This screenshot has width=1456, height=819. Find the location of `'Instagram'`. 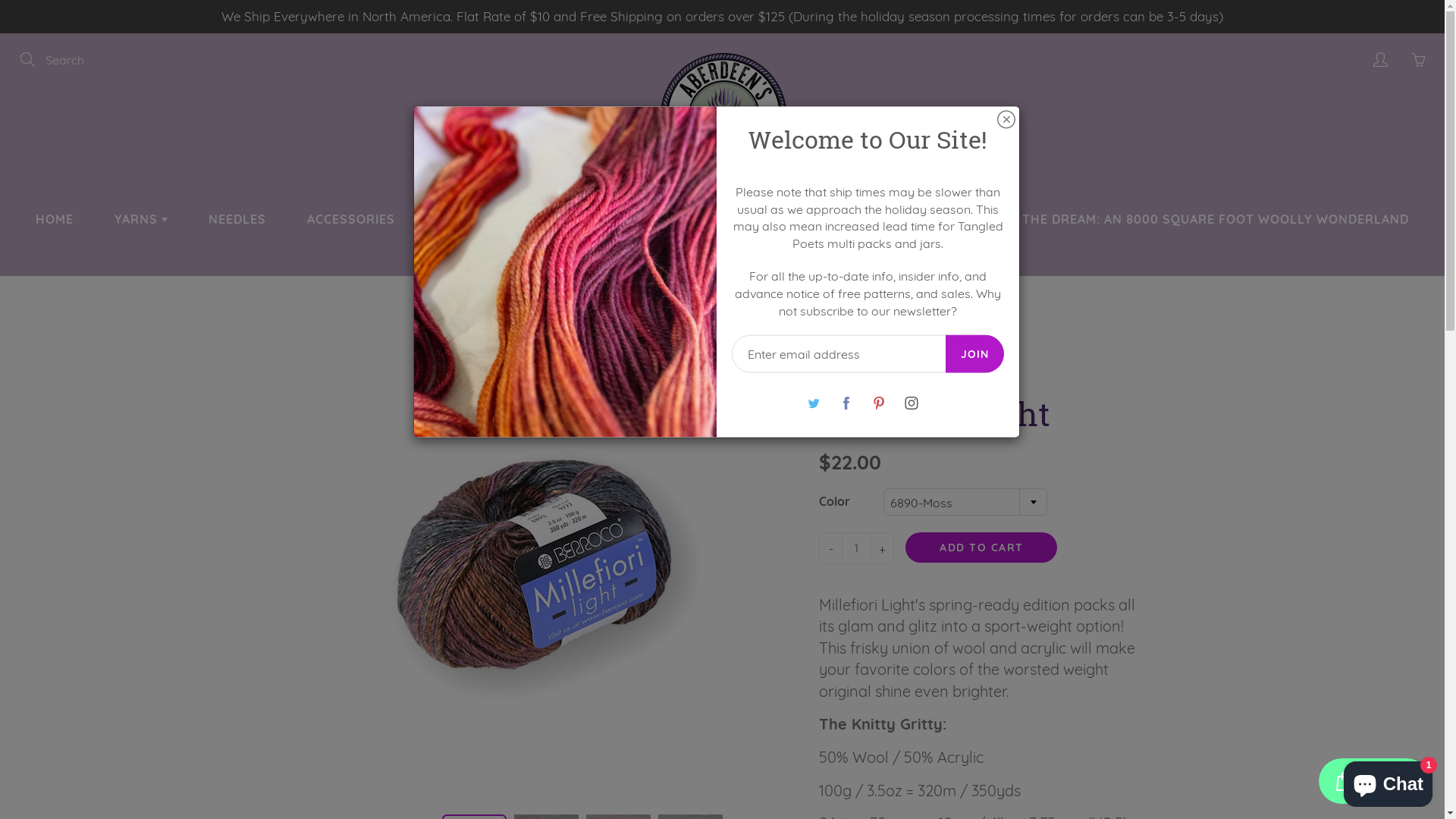

'Instagram' is located at coordinates (910, 402).